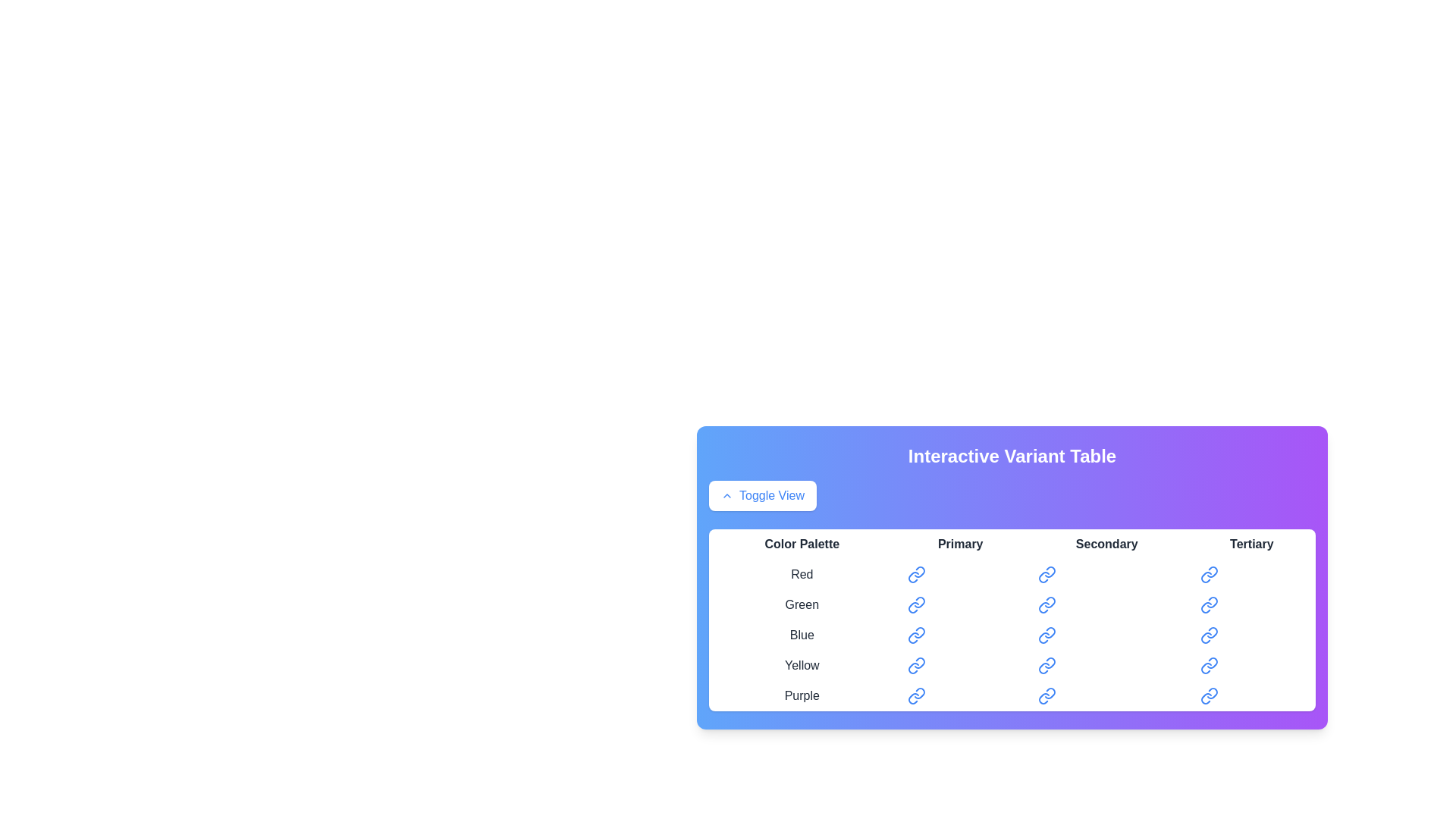  What do you see at coordinates (1049, 572) in the screenshot?
I see `the clickable link icon representing the 'Red' label under the 'Secondary' category in the interactive variant table` at bounding box center [1049, 572].